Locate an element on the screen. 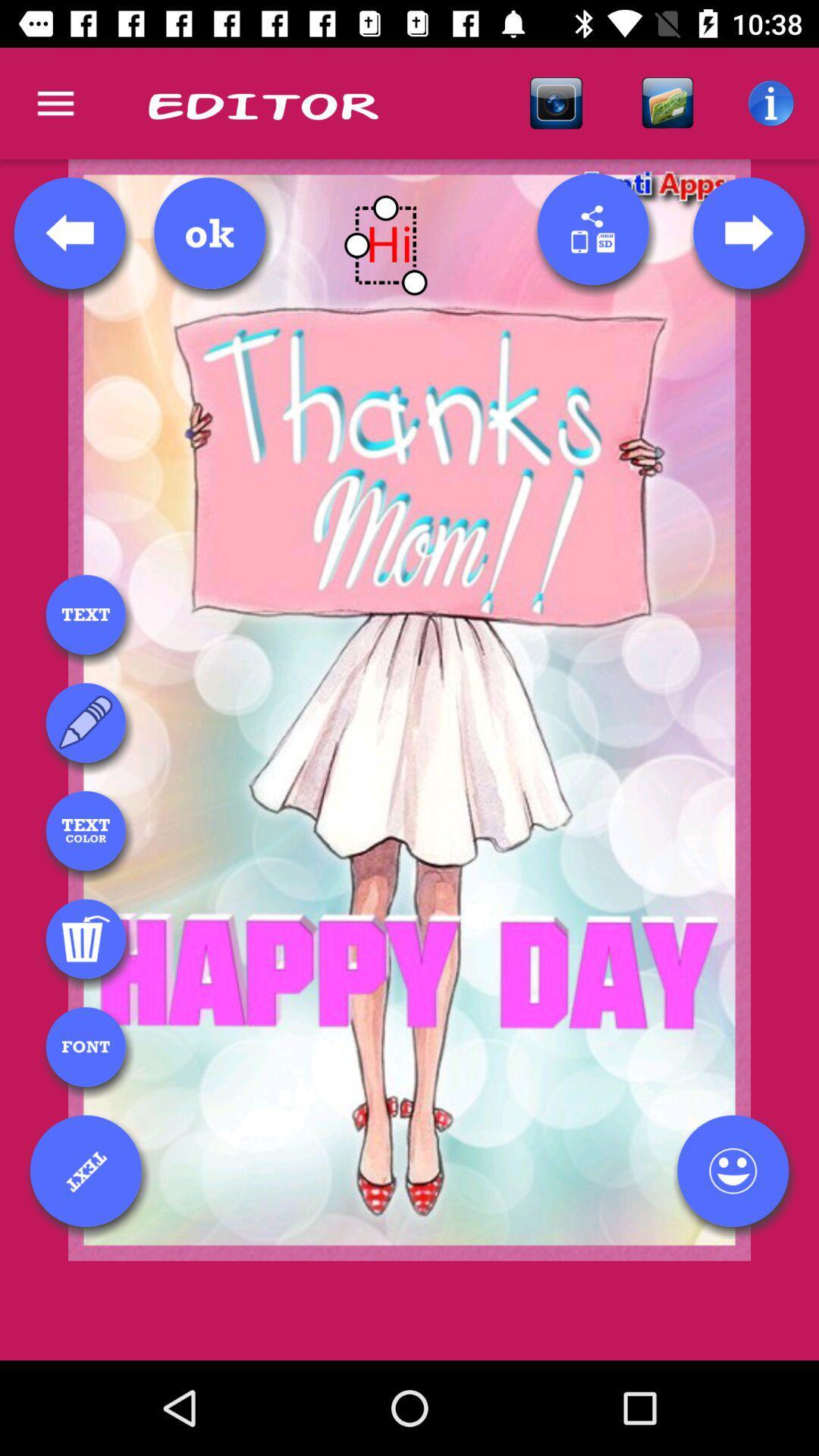  delete photo is located at coordinates (86, 938).